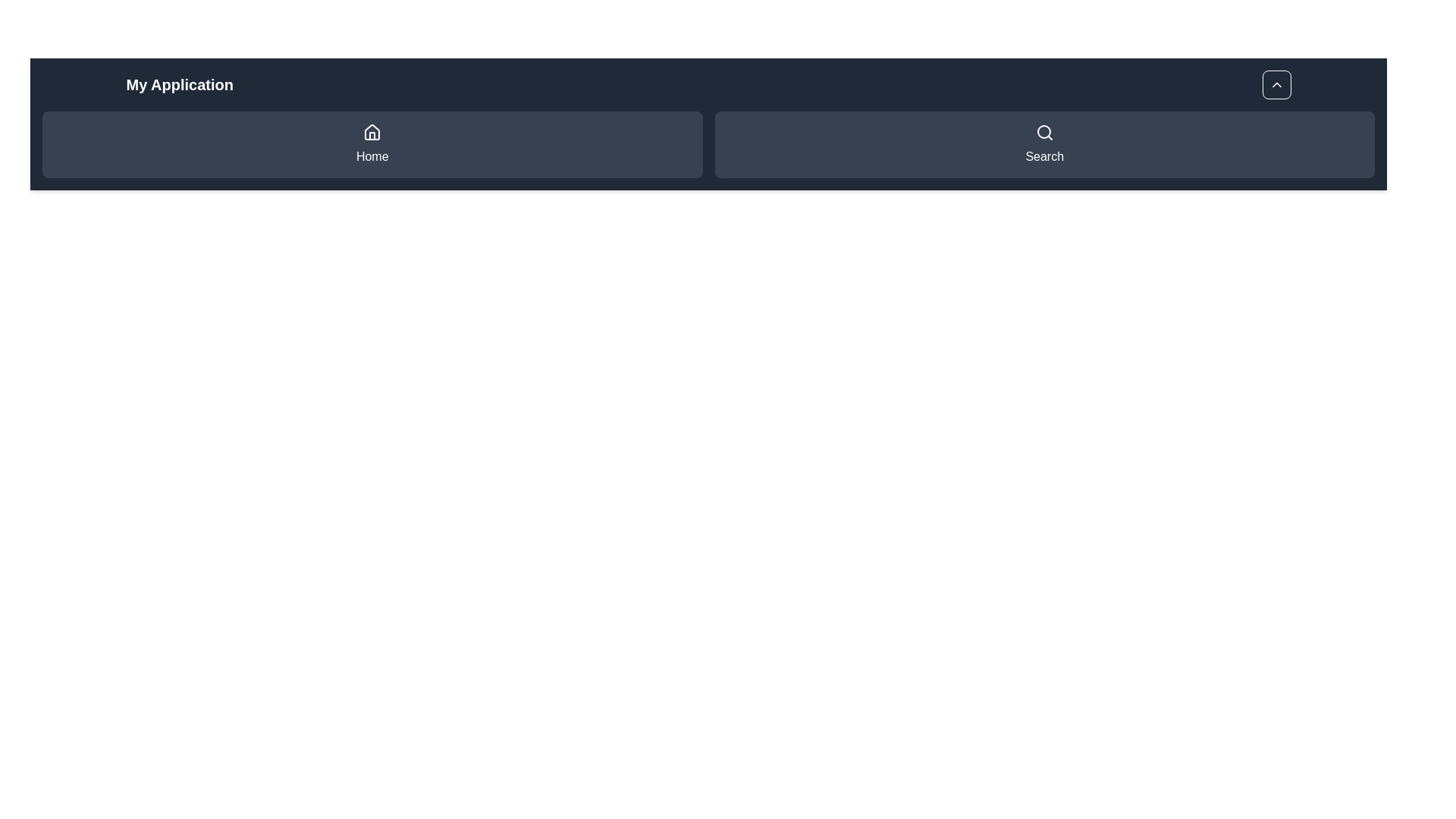 The image size is (1456, 819). I want to click on the search icon located centrally within the 'Search' section of the top navigation bar, so click(1043, 131).